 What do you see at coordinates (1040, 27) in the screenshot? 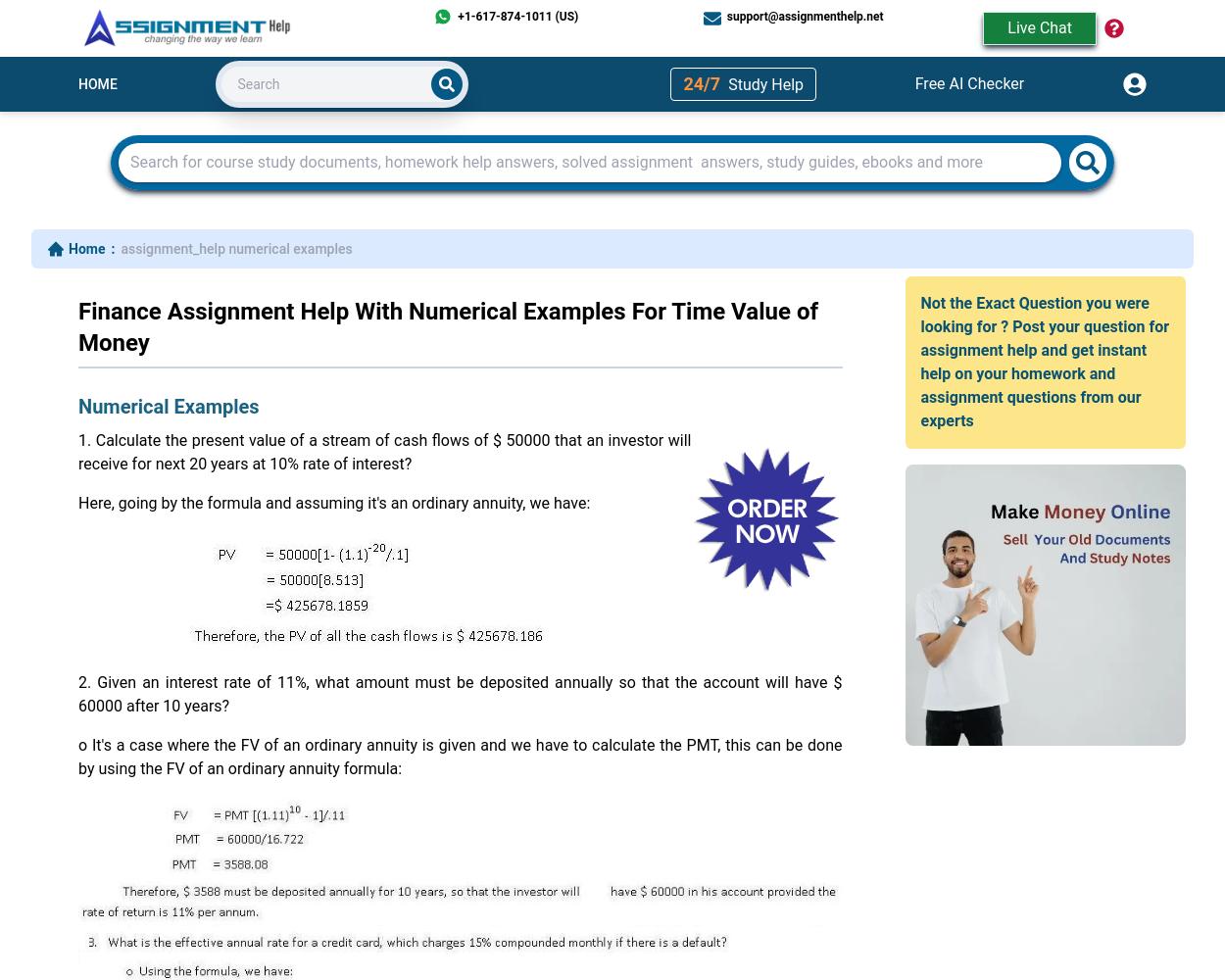
I see `'Live Chat'` at bounding box center [1040, 27].